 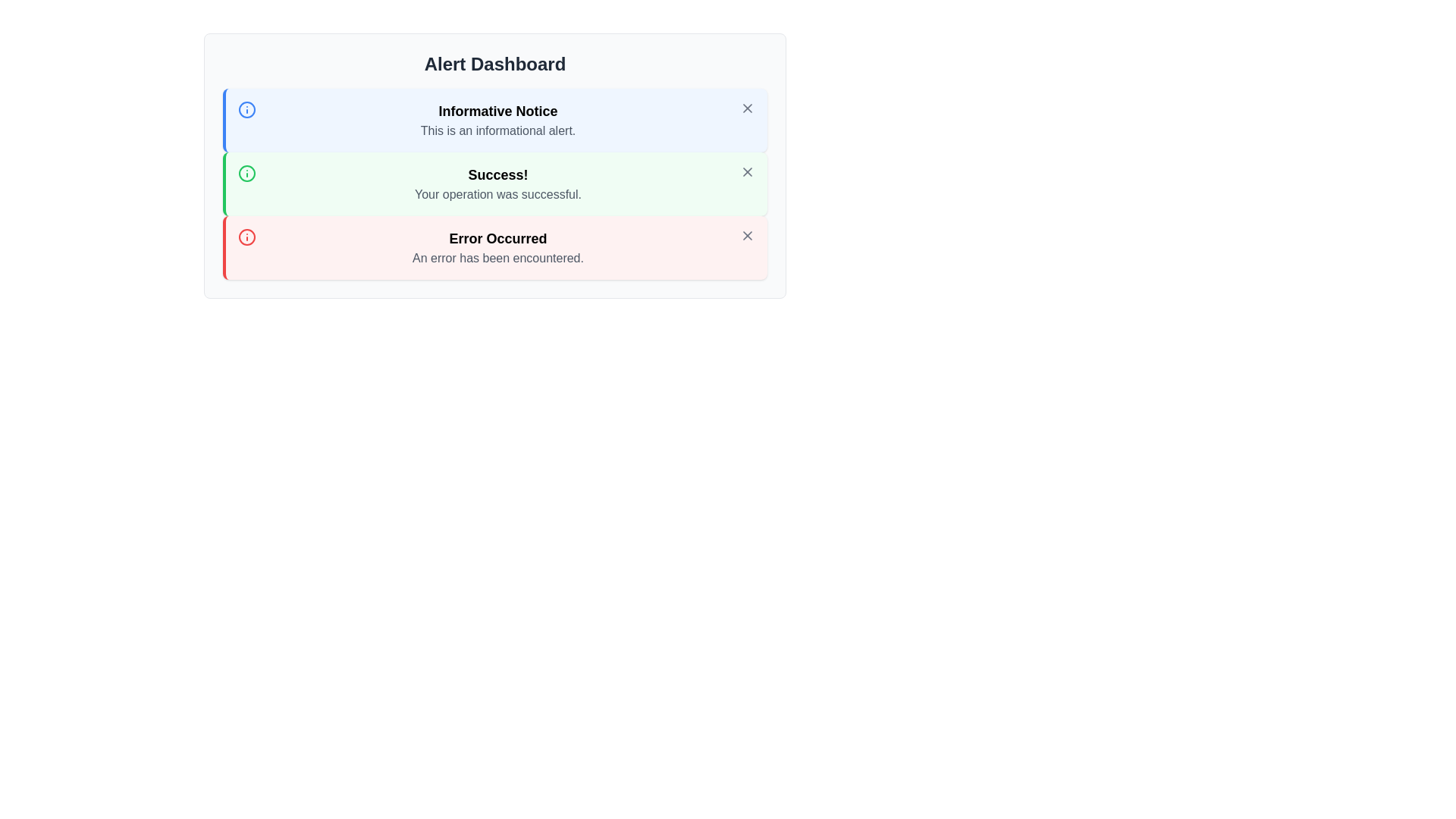 I want to click on title text of the informational alert card, which is located at the top section of the page inside the first card of the alert dashboard, directly above the text 'This is an informational alert.', so click(x=498, y=110).